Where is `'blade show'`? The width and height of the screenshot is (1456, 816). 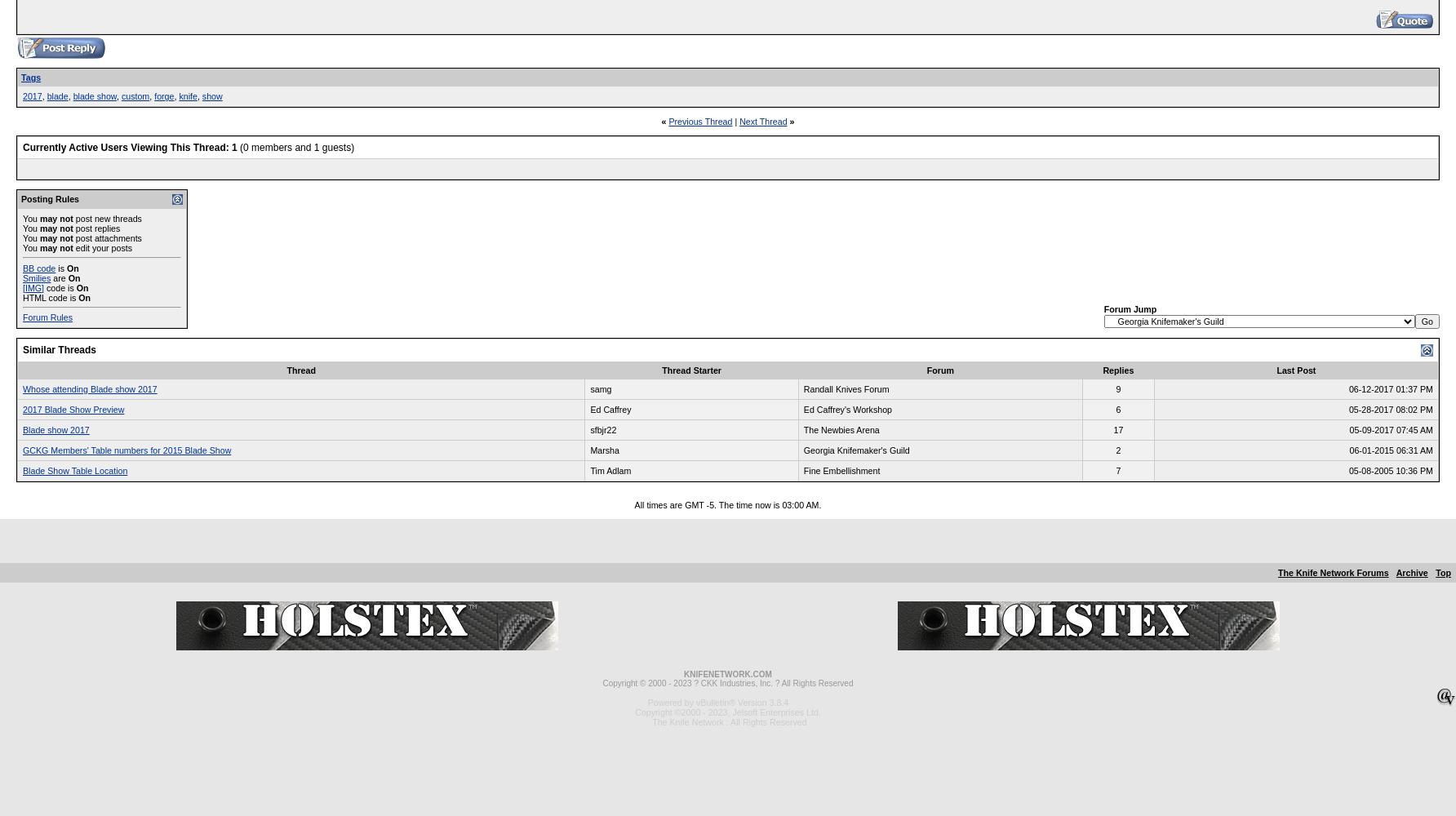 'blade show' is located at coordinates (93, 95).